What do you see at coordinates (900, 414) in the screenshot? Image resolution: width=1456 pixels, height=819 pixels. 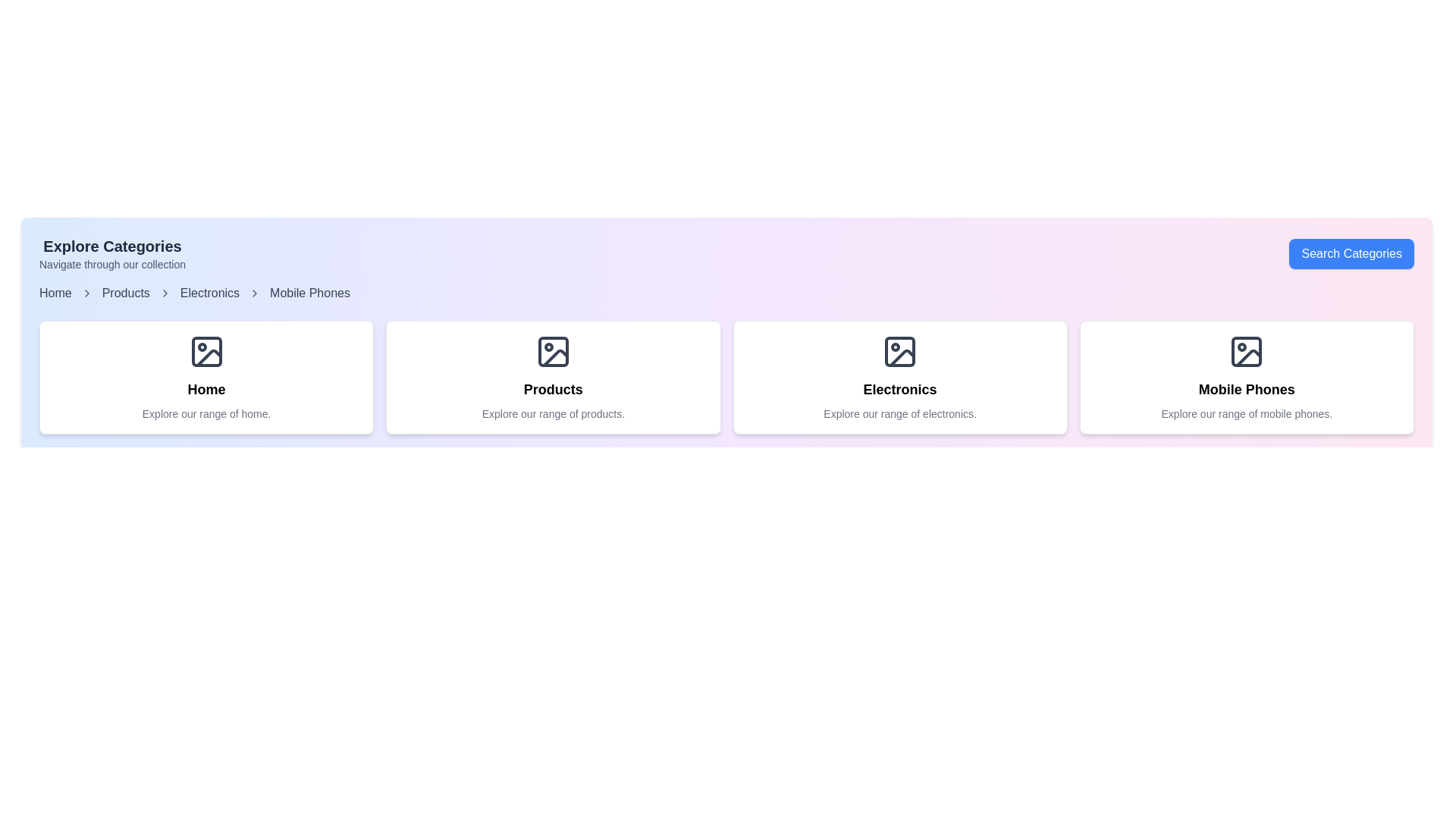 I see `descriptive text label providing information about the 'Electronics' category, located centrally at the bottom of the 'Electronics' box` at bounding box center [900, 414].